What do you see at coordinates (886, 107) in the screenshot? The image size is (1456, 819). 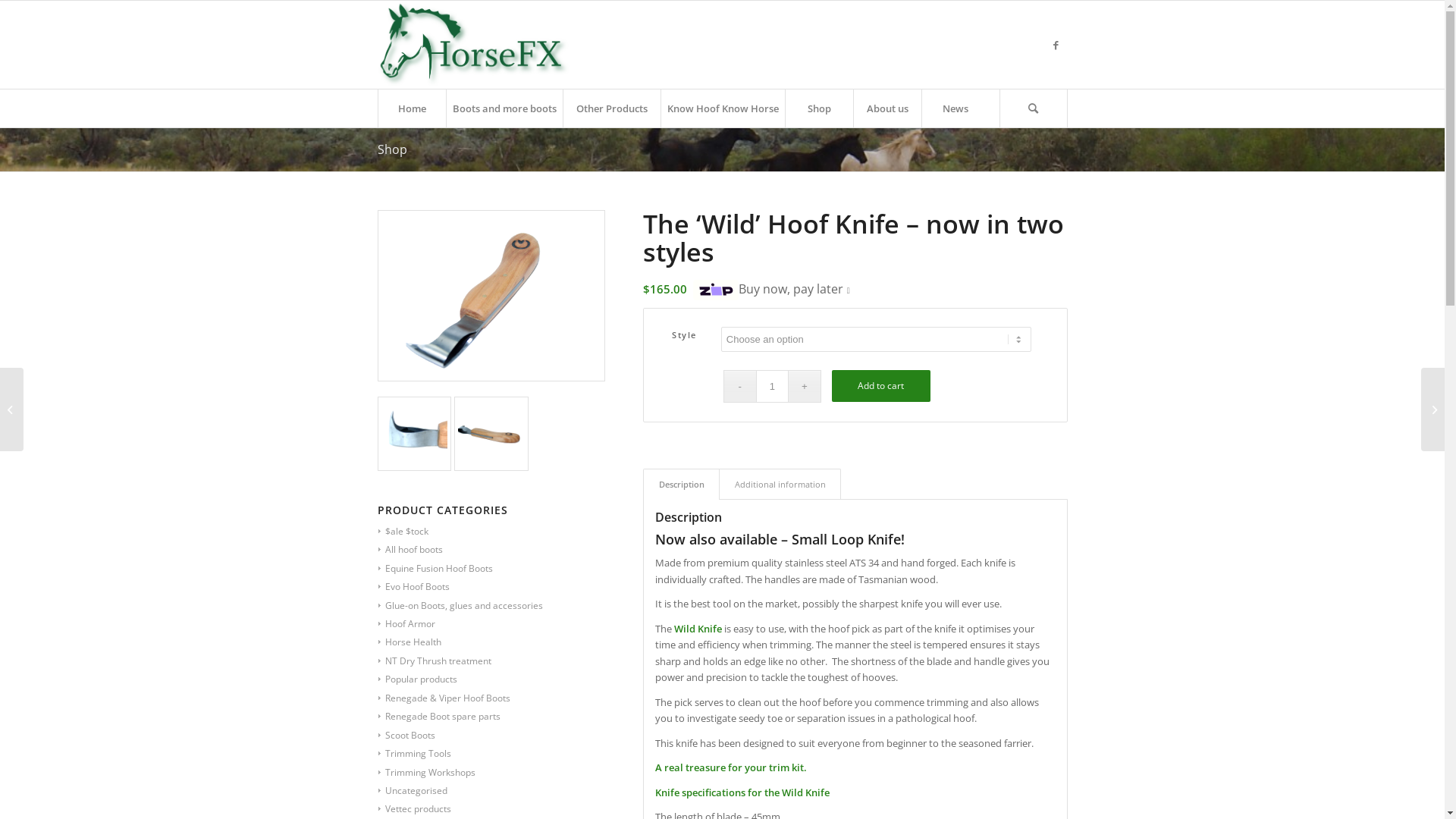 I see `'About us'` at bounding box center [886, 107].